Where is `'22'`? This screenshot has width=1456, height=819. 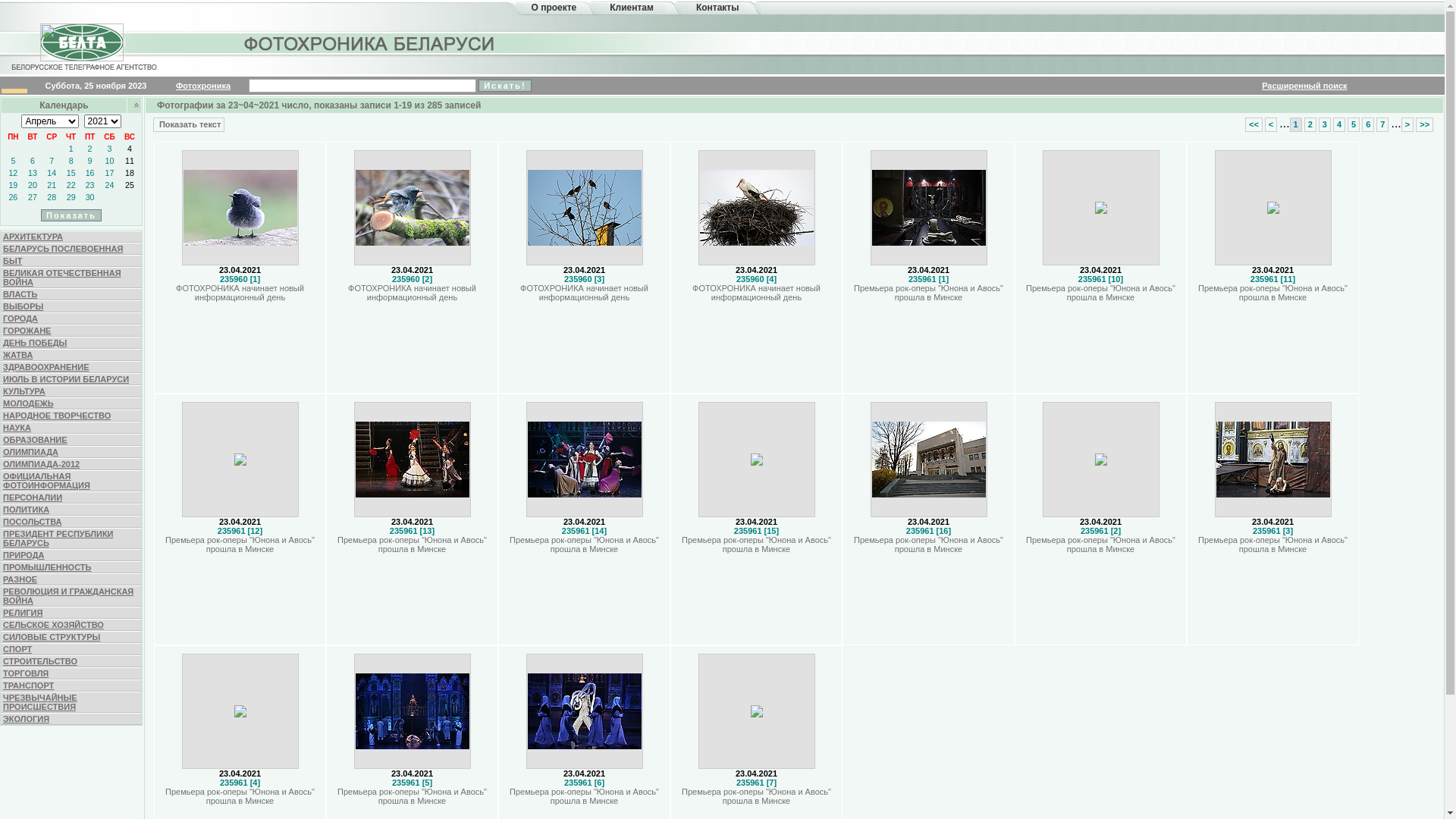
'22' is located at coordinates (71, 184).